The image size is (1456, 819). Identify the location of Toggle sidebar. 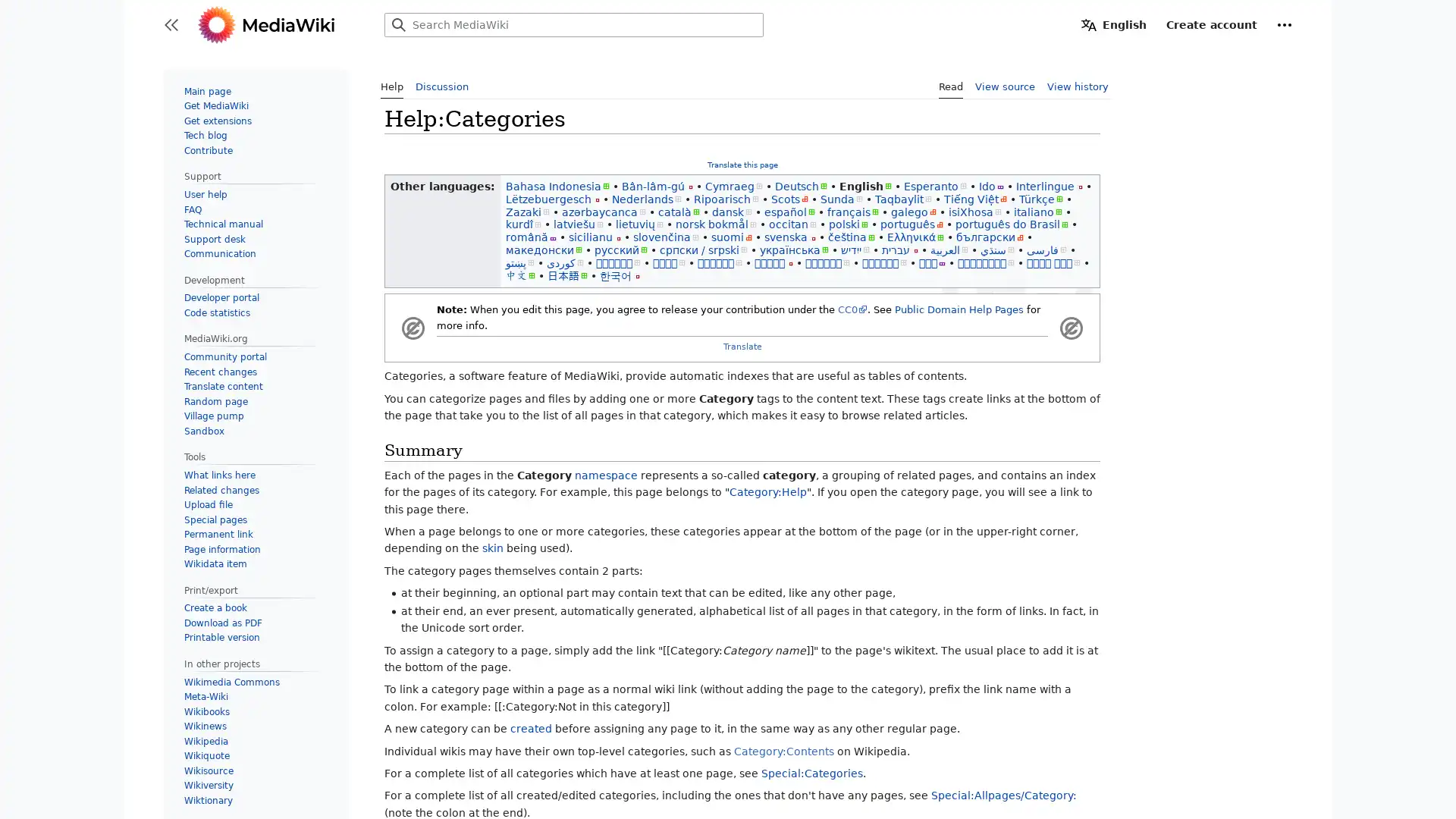
(171, 25).